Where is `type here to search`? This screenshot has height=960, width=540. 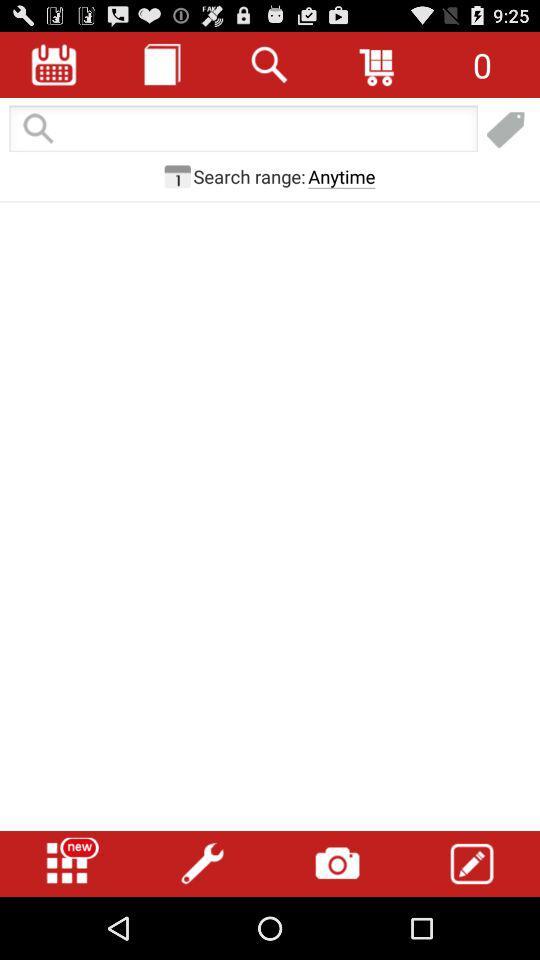
type here to search is located at coordinates (243, 129).